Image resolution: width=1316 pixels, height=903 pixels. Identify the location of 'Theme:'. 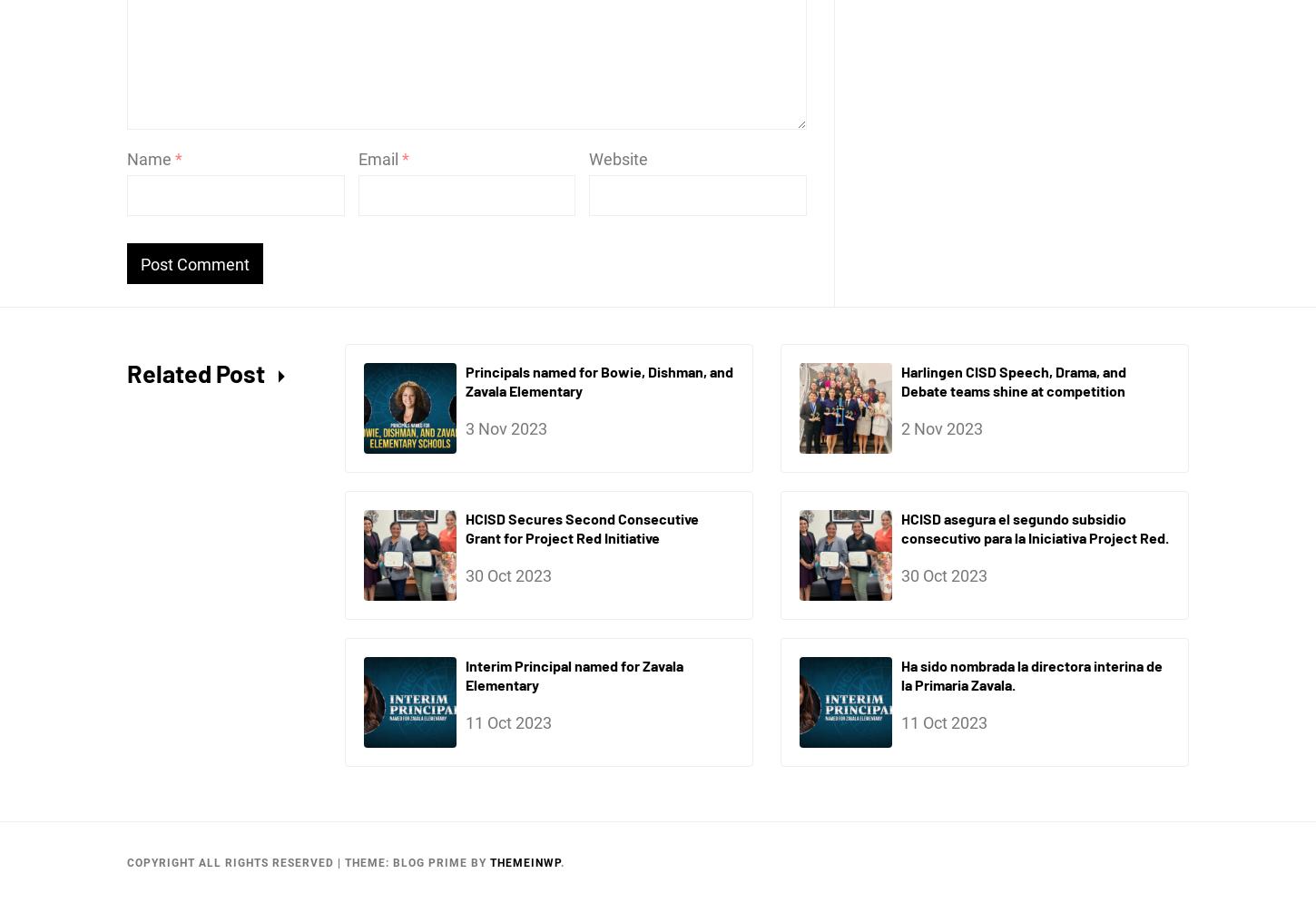
(368, 863).